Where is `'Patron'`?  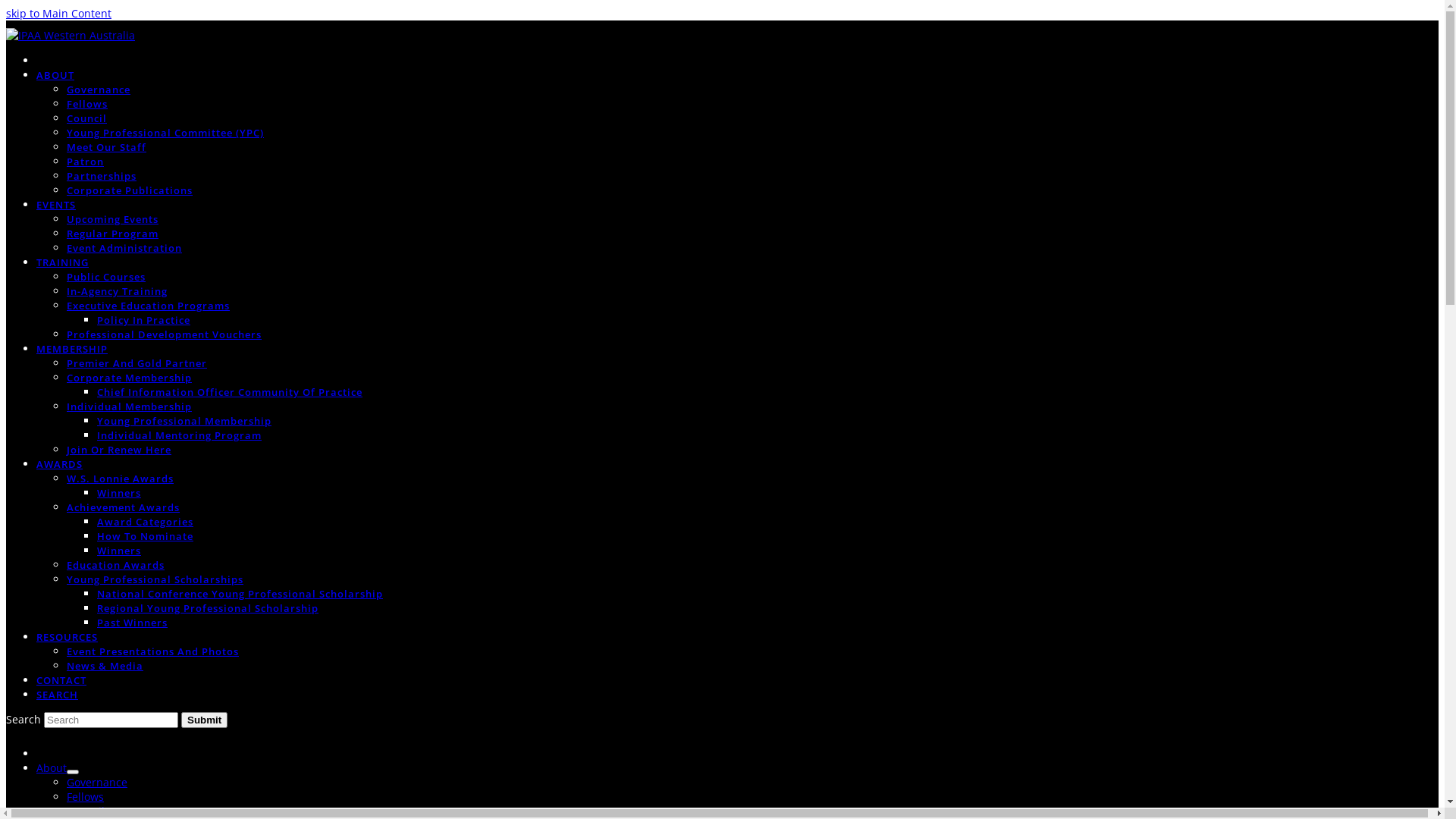 'Patron' is located at coordinates (65, 161).